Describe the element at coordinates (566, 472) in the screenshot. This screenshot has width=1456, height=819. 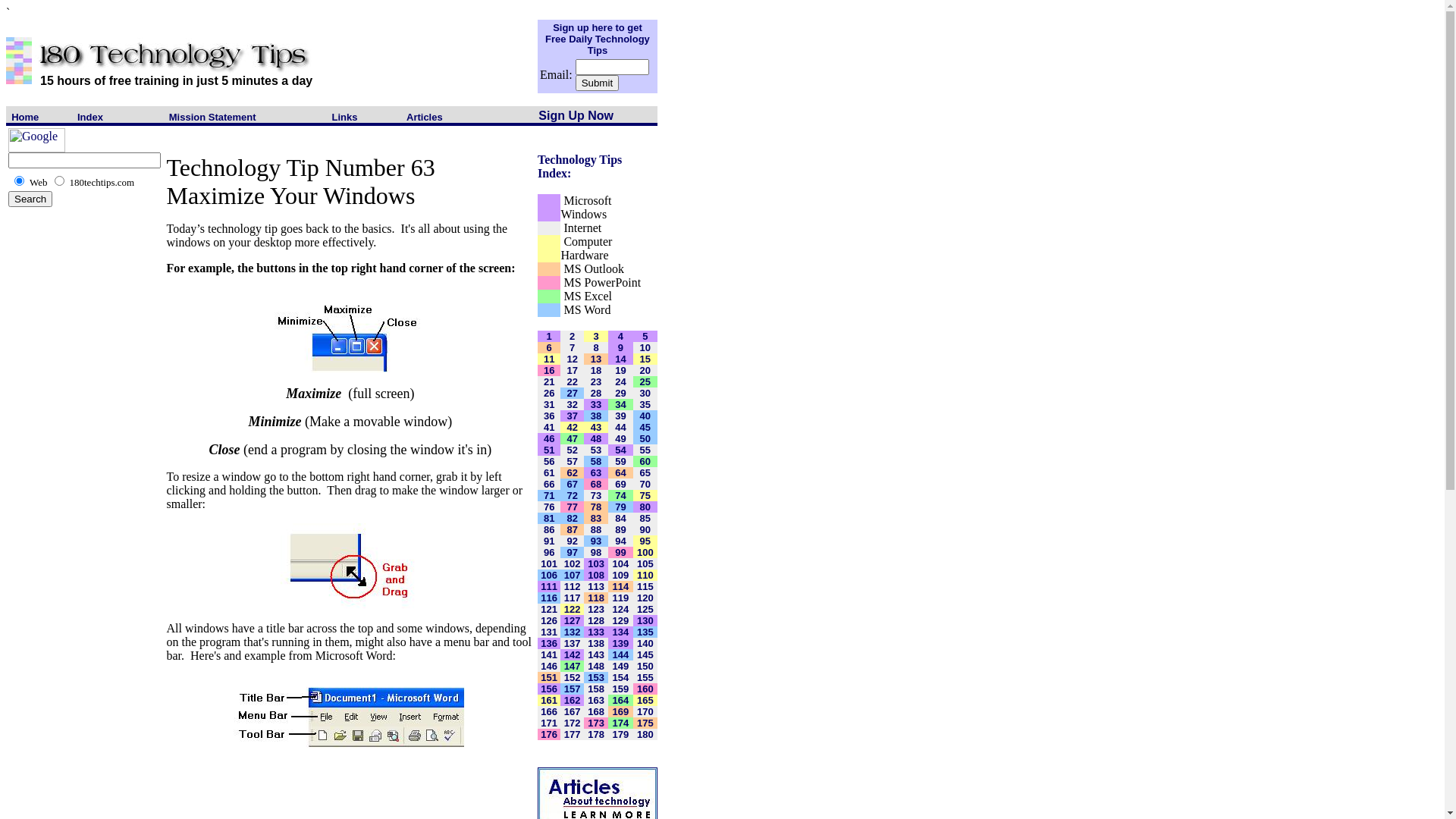
I see `'62'` at that location.